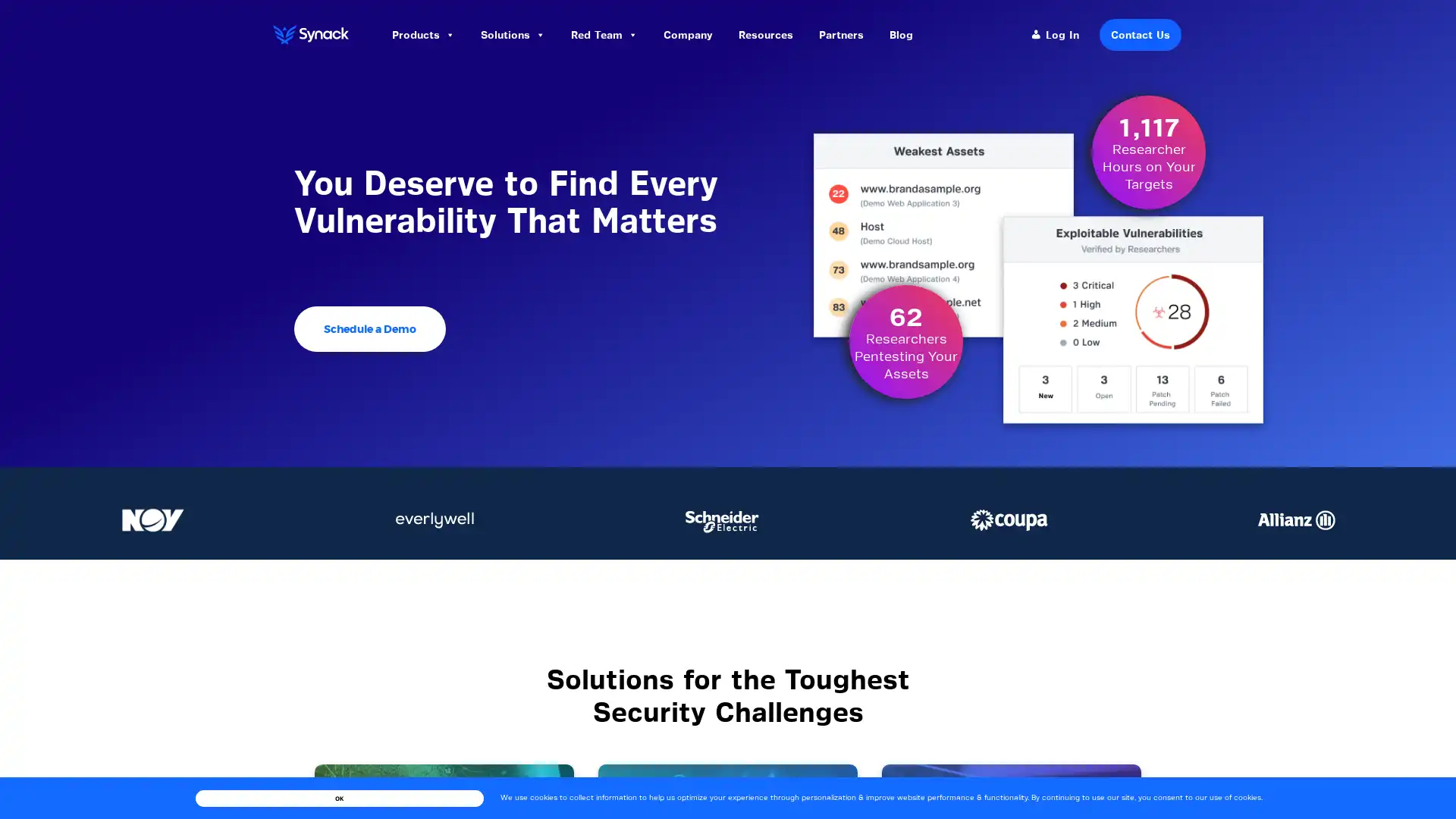 This screenshot has height=819, width=1456. What do you see at coordinates (337, 797) in the screenshot?
I see `OK` at bounding box center [337, 797].